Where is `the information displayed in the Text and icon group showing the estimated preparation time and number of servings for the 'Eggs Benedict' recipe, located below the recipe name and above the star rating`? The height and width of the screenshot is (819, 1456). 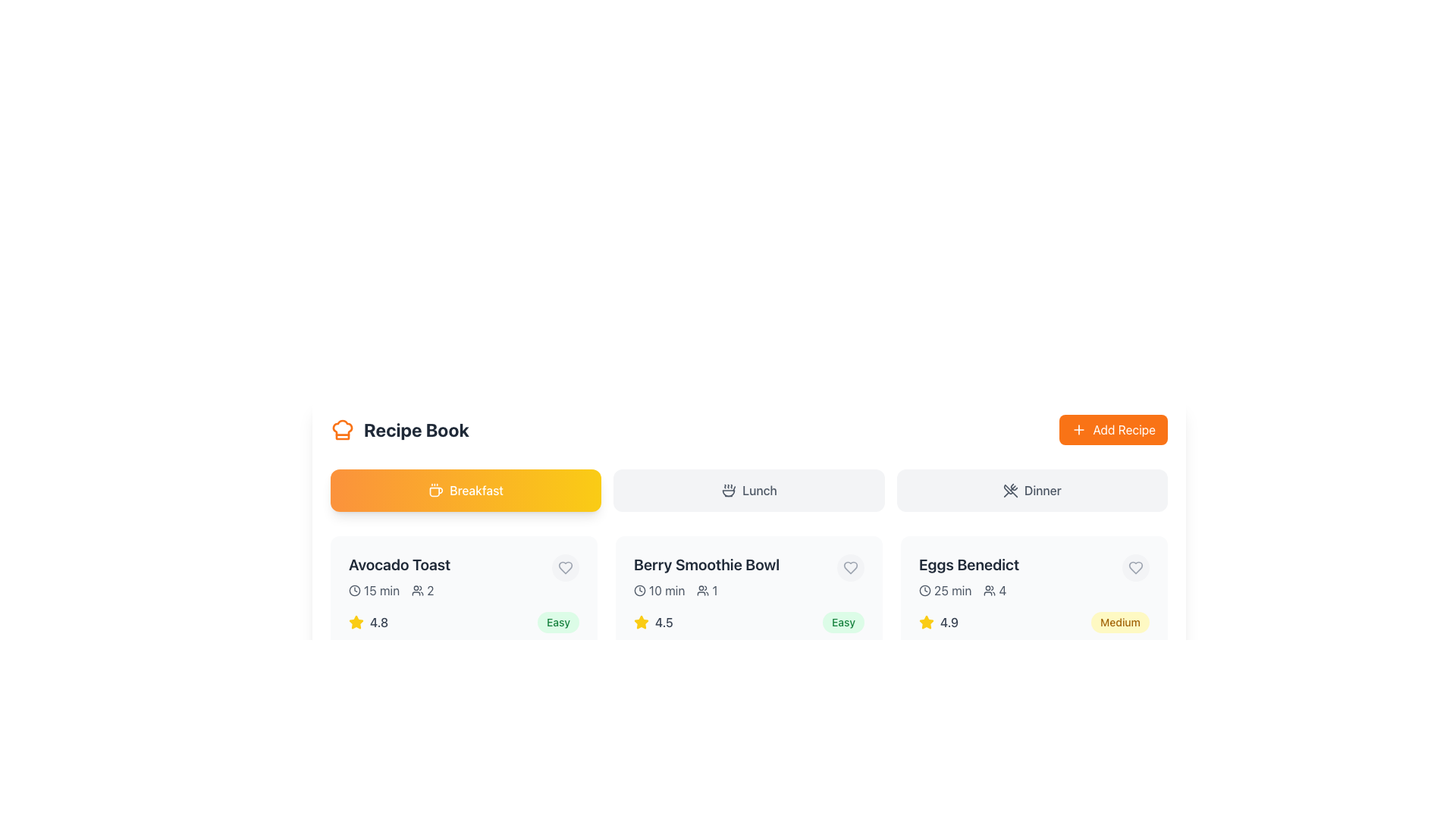 the information displayed in the Text and icon group showing the estimated preparation time and number of servings for the 'Eggs Benedict' recipe, located below the recipe name and above the star rating is located at coordinates (968, 590).